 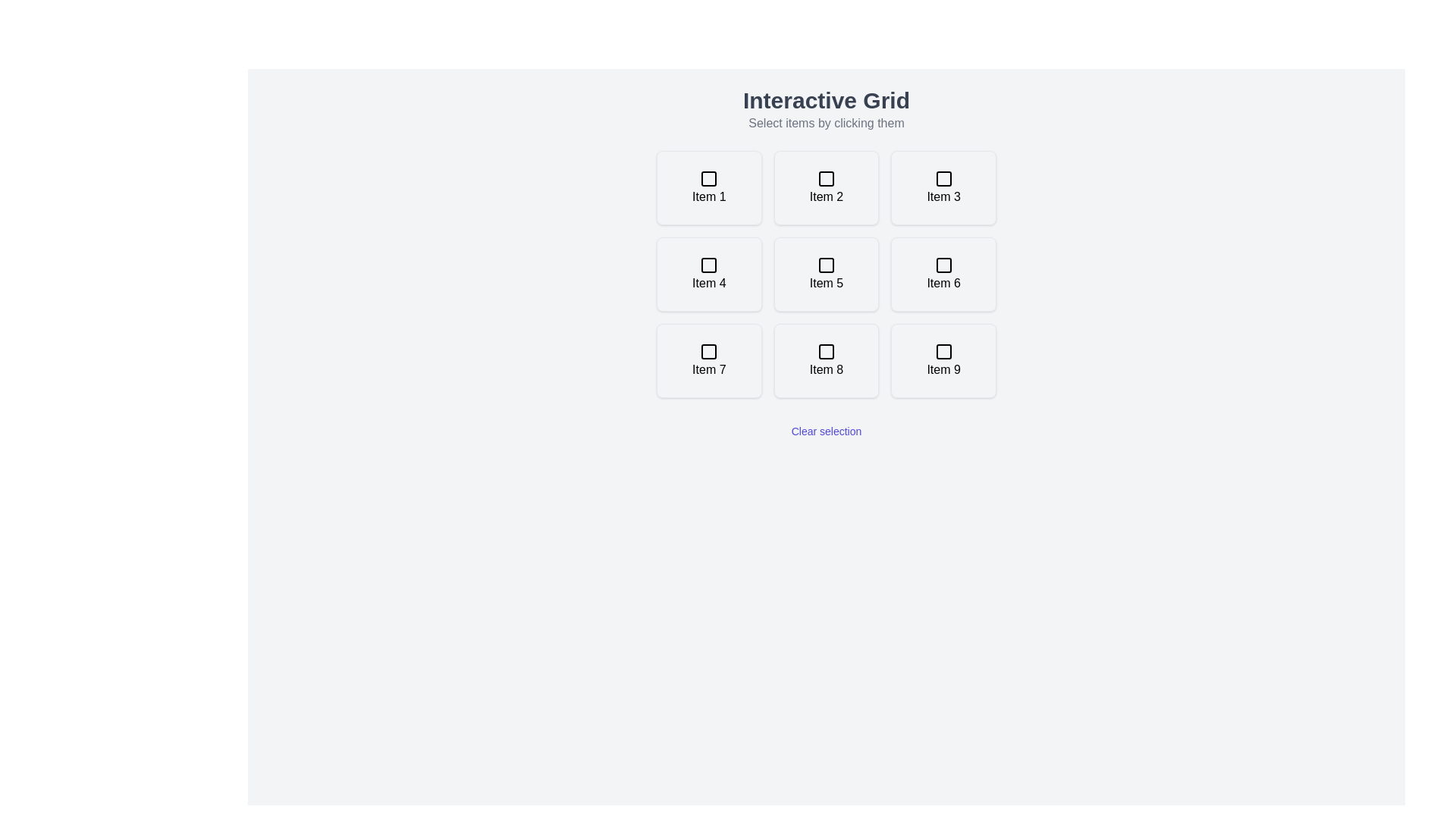 What do you see at coordinates (708, 275) in the screenshot?
I see `the button labeled 'Item 4' which is a rectangular button with a centered square icon above its text, located in the second row and first column of a 3x3 grid layout` at bounding box center [708, 275].